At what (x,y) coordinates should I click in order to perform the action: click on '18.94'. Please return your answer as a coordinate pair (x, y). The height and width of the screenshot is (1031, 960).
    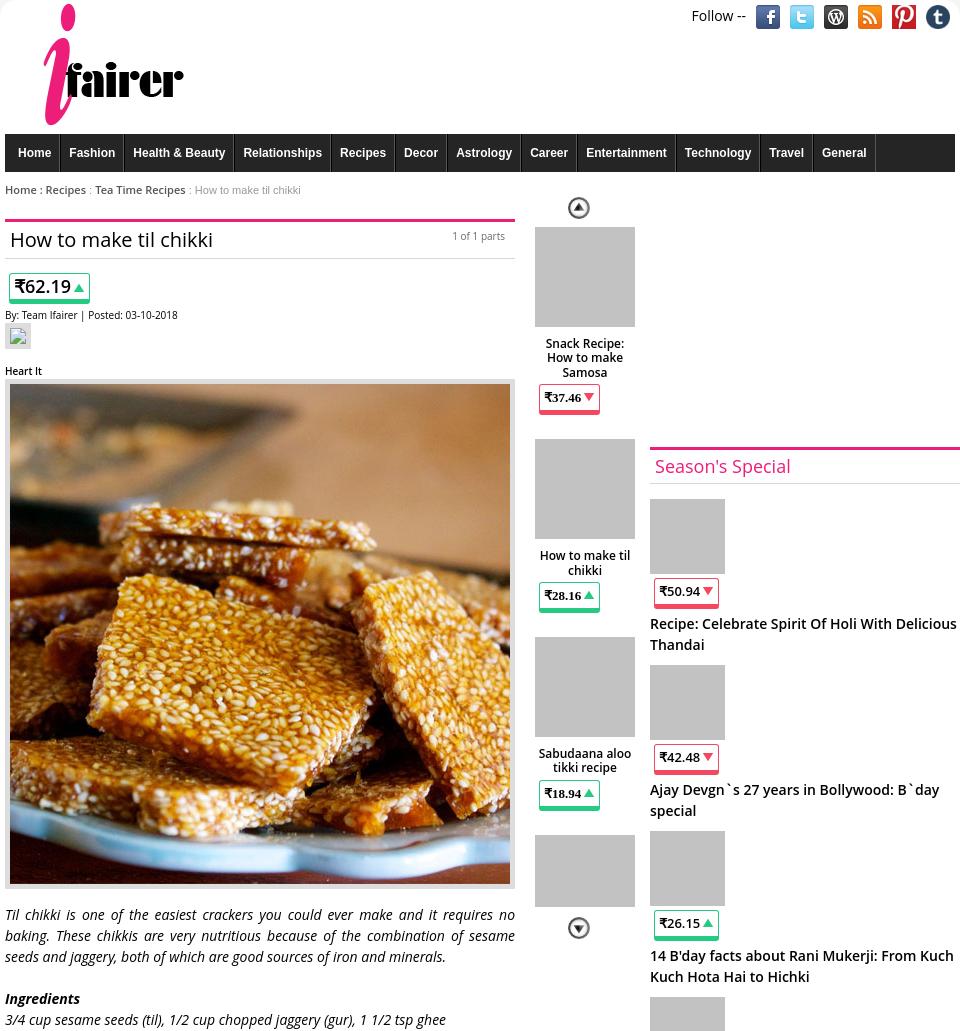
    Looking at the image, I should click on (566, 791).